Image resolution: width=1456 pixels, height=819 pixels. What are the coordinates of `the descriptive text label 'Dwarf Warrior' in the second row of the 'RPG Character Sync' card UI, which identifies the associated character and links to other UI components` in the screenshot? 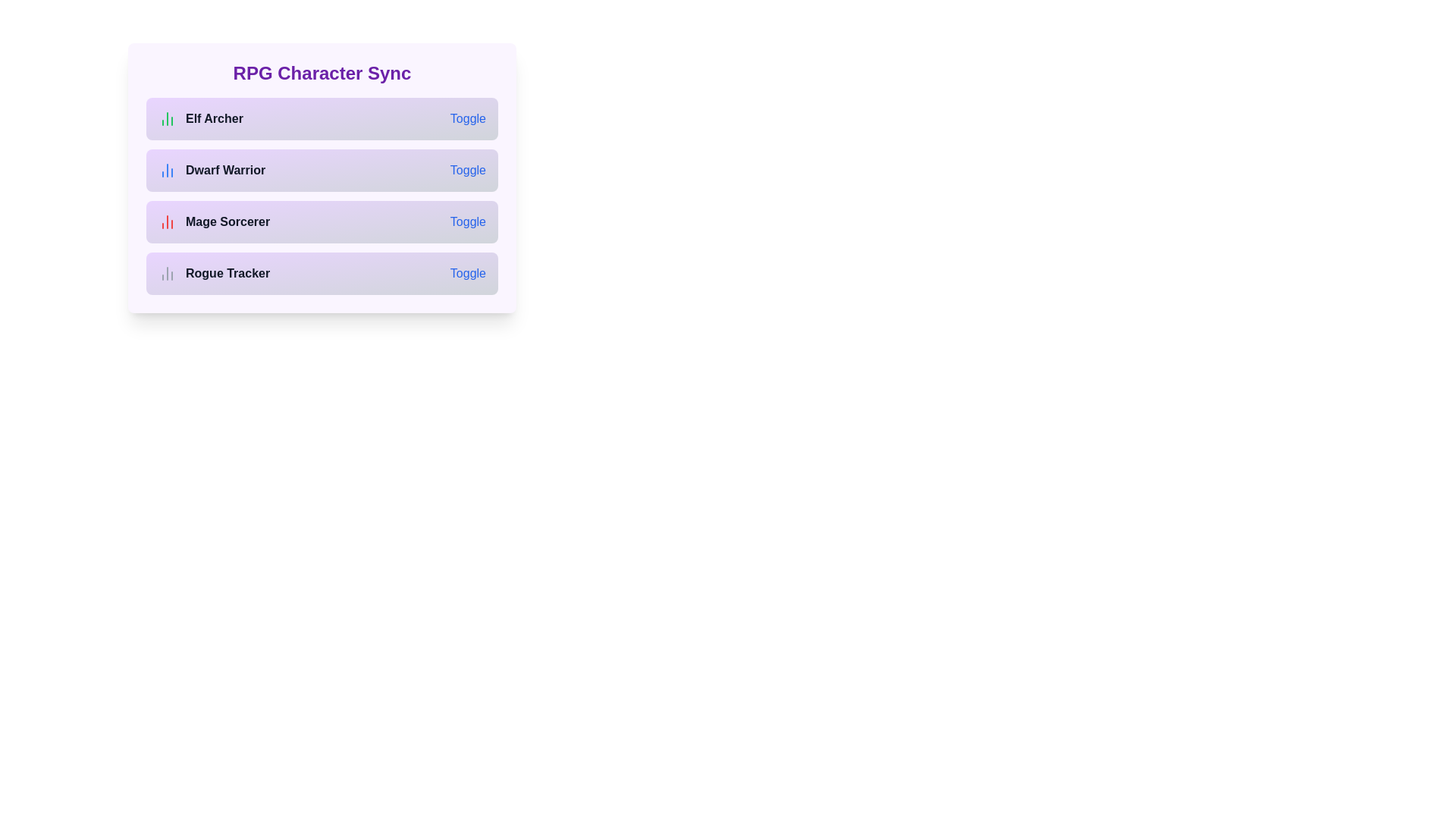 It's located at (224, 170).